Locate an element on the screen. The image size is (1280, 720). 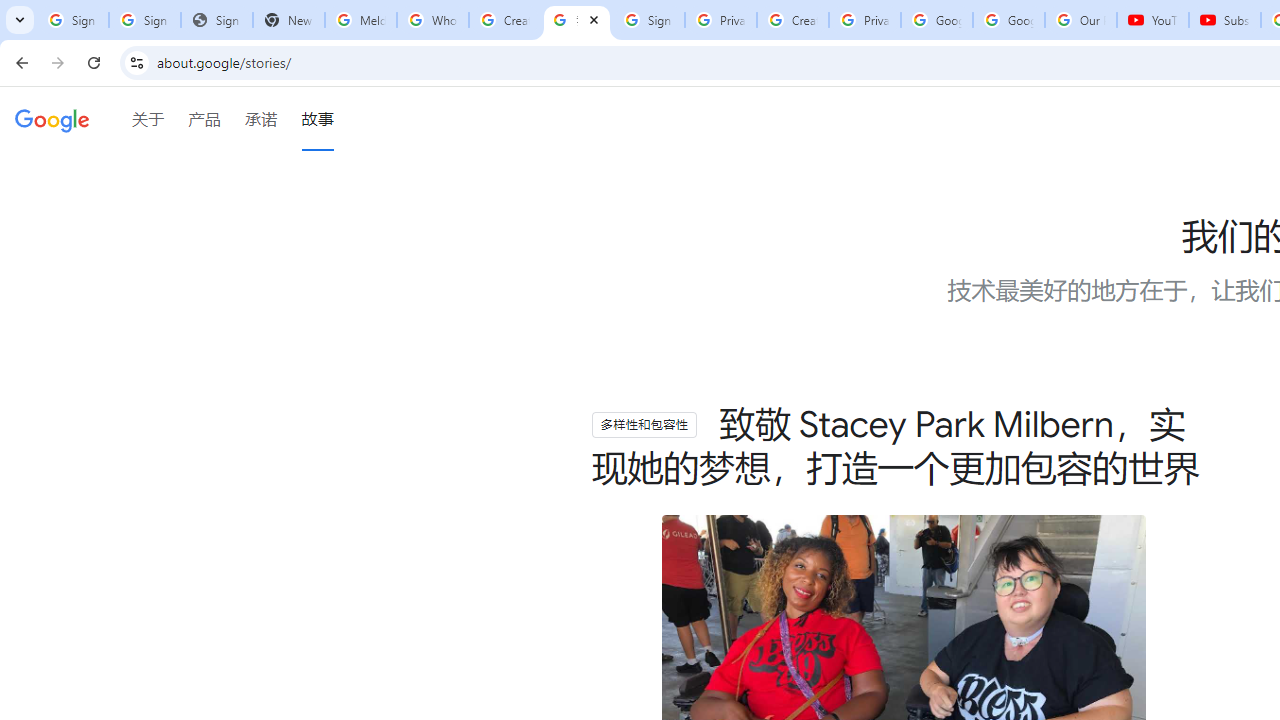
'New Tab' is located at coordinates (288, 20).